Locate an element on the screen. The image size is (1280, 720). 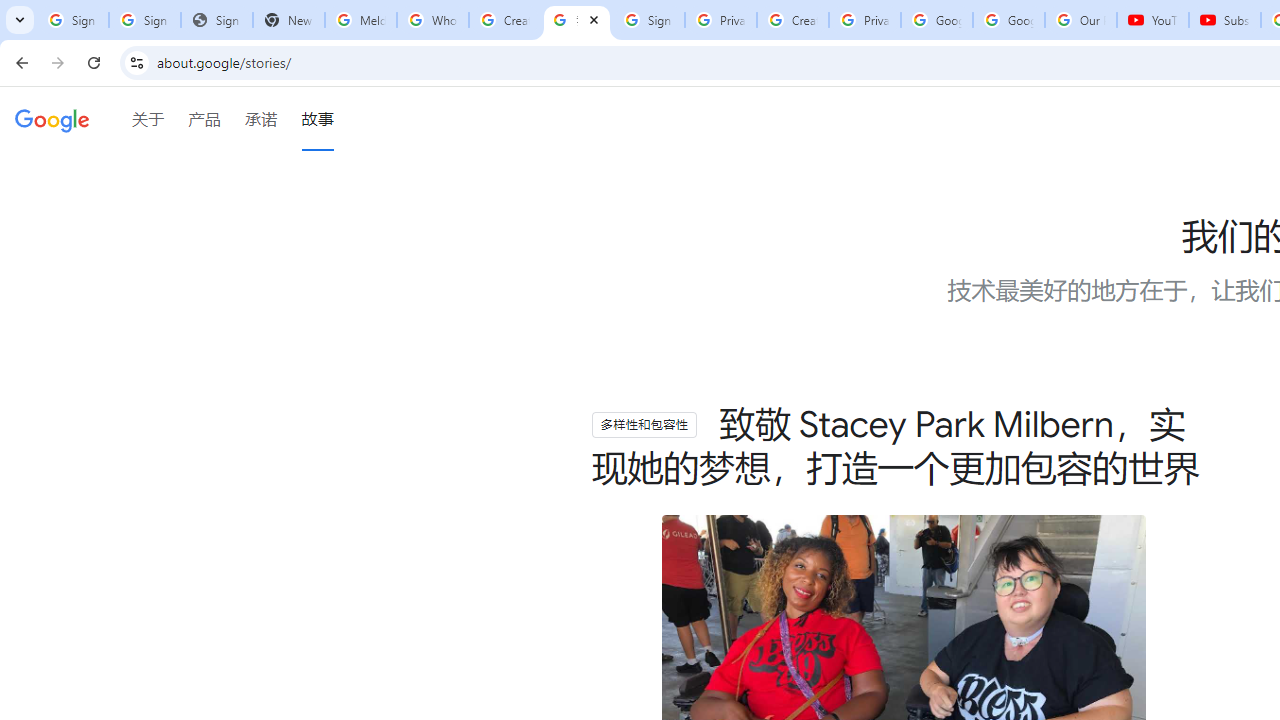
'New Tab' is located at coordinates (288, 20).